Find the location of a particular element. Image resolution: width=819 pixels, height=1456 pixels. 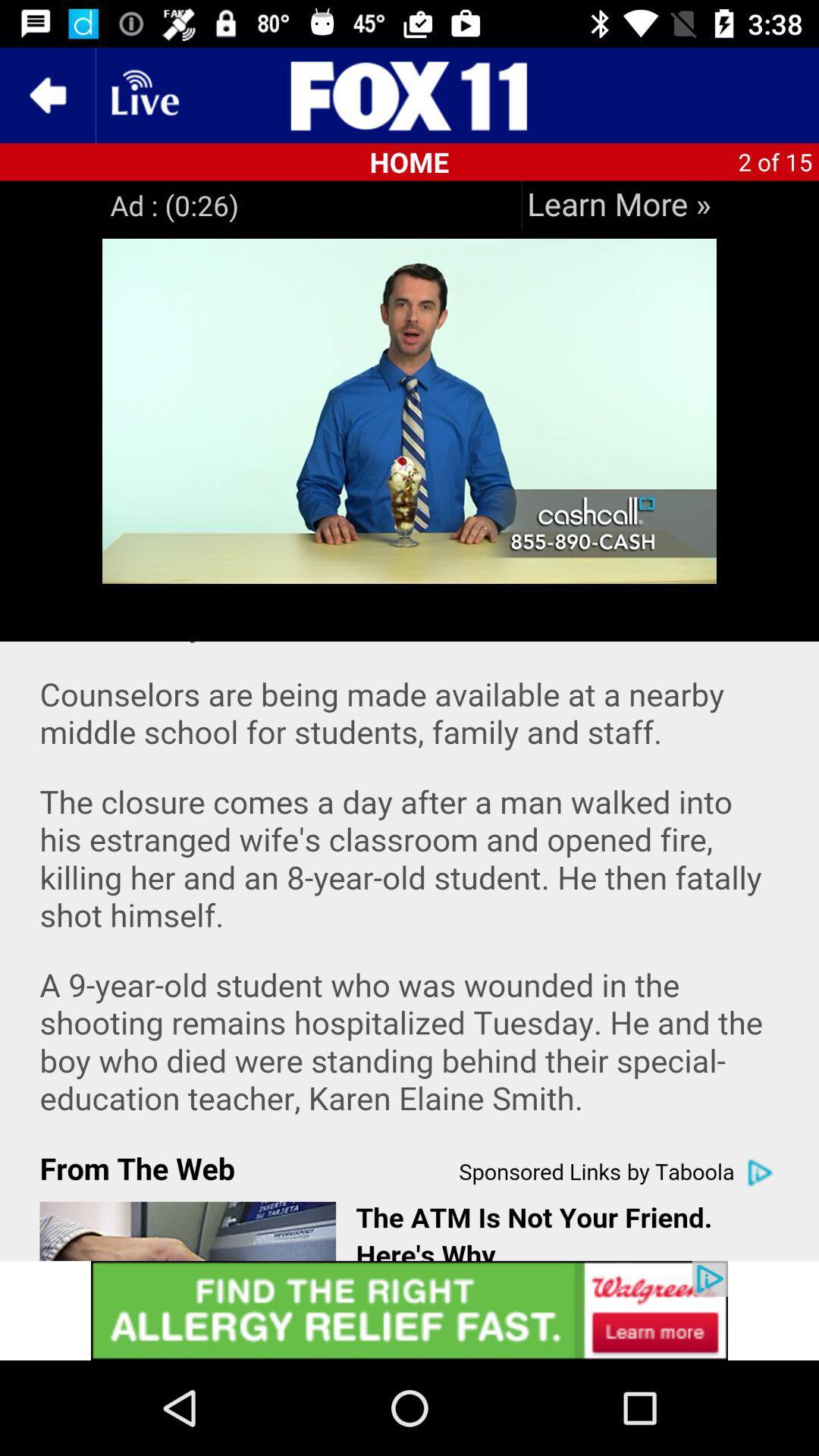

the arrow_backward icon is located at coordinates (46, 94).